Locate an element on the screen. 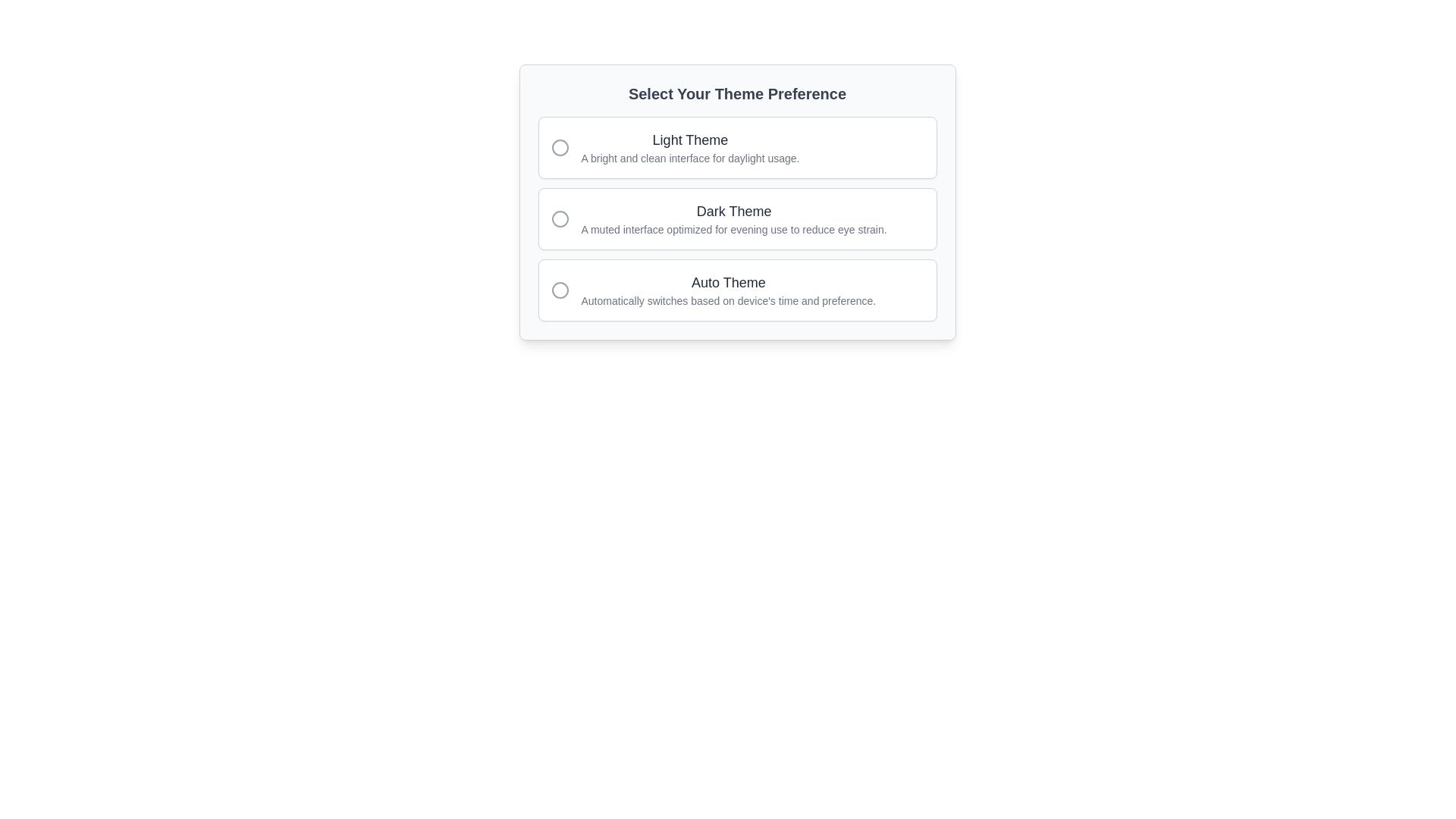  descriptive text label that reads 'A muted interface optimized for evening use to reduce eye strain.' located below the 'Dark Theme' text in the theme preferences interface is located at coordinates (734, 230).